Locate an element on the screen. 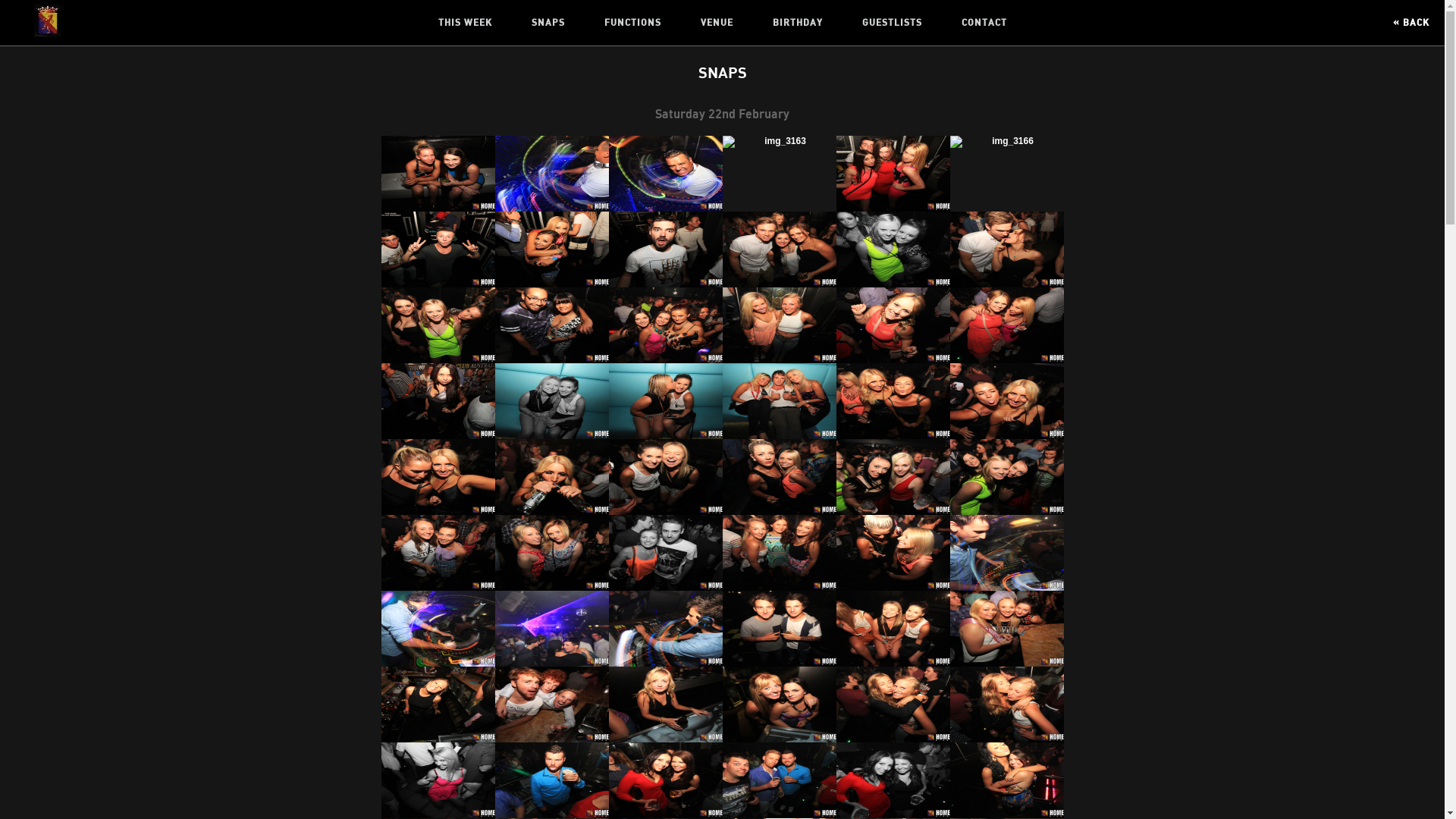 The image size is (1456, 819). ' ' is located at coordinates (720, 704).